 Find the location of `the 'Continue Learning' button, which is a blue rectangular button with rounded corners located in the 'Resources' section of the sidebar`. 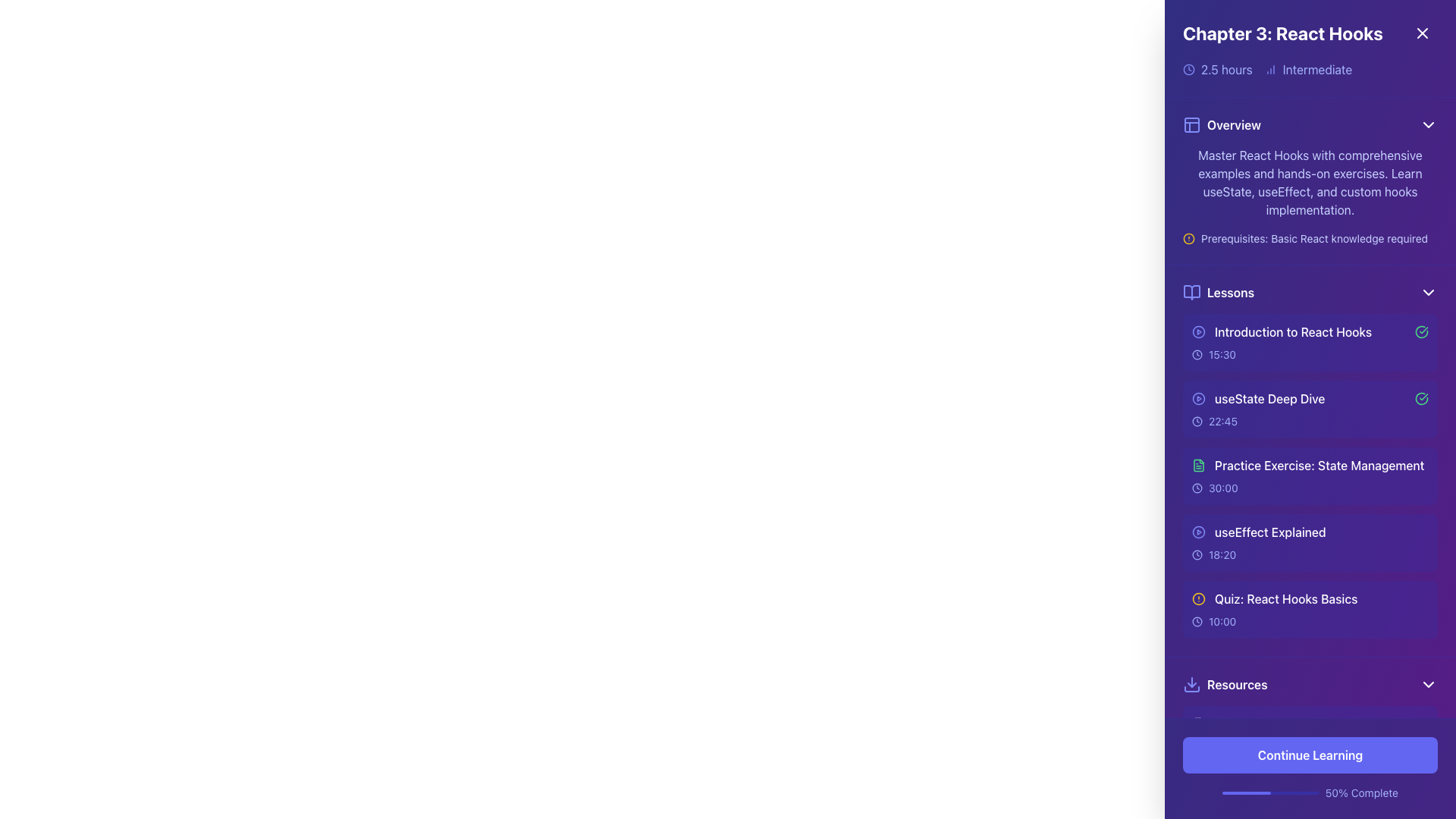

the 'Continue Learning' button, which is a blue rectangular button with rounded corners located in the 'Resources' section of the sidebar is located at coordinates (1310, 745).